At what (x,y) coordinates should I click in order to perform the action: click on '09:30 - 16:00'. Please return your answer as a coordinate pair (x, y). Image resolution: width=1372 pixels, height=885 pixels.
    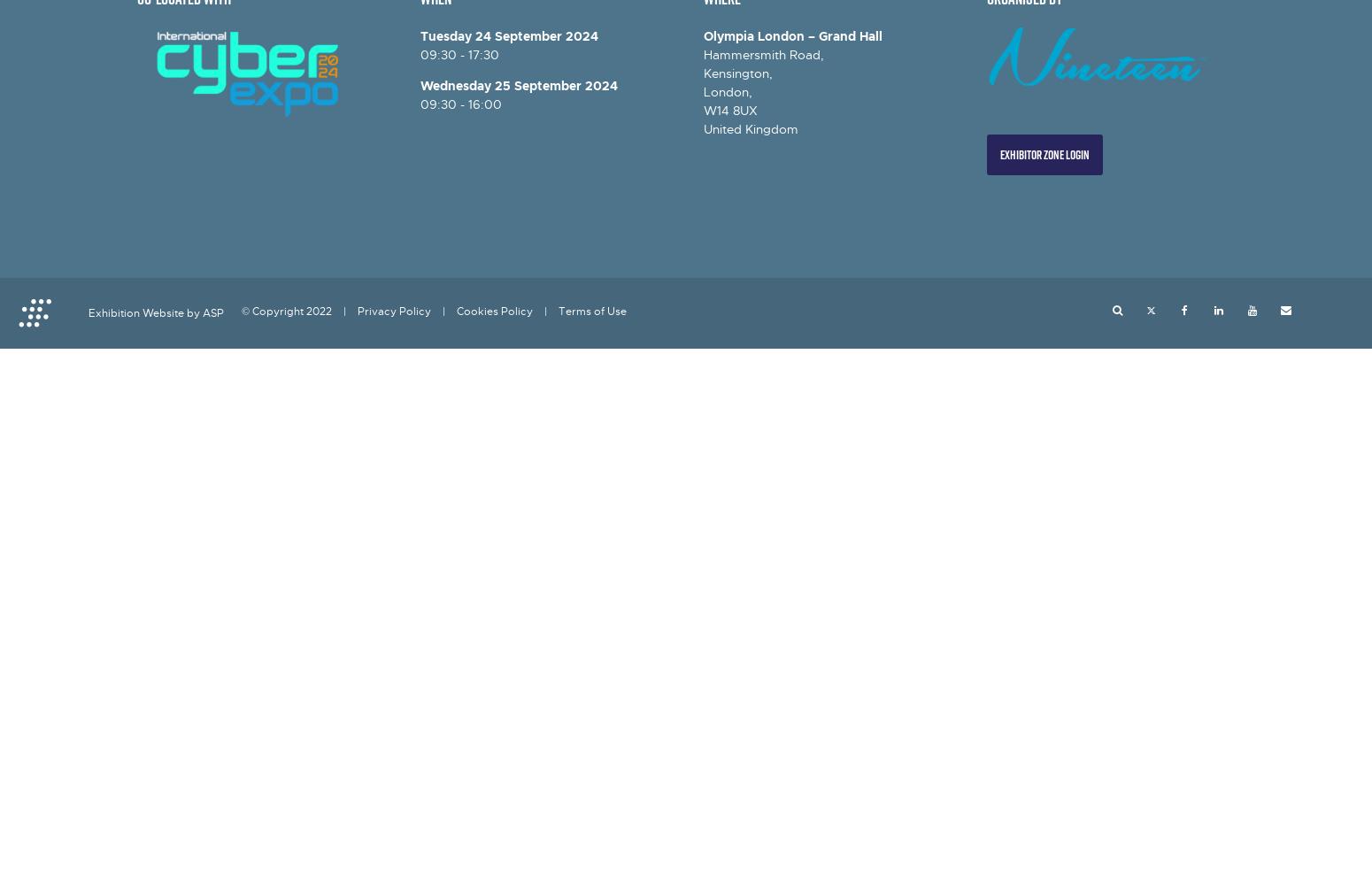
    Looking at the image, I should click on (459, 104).